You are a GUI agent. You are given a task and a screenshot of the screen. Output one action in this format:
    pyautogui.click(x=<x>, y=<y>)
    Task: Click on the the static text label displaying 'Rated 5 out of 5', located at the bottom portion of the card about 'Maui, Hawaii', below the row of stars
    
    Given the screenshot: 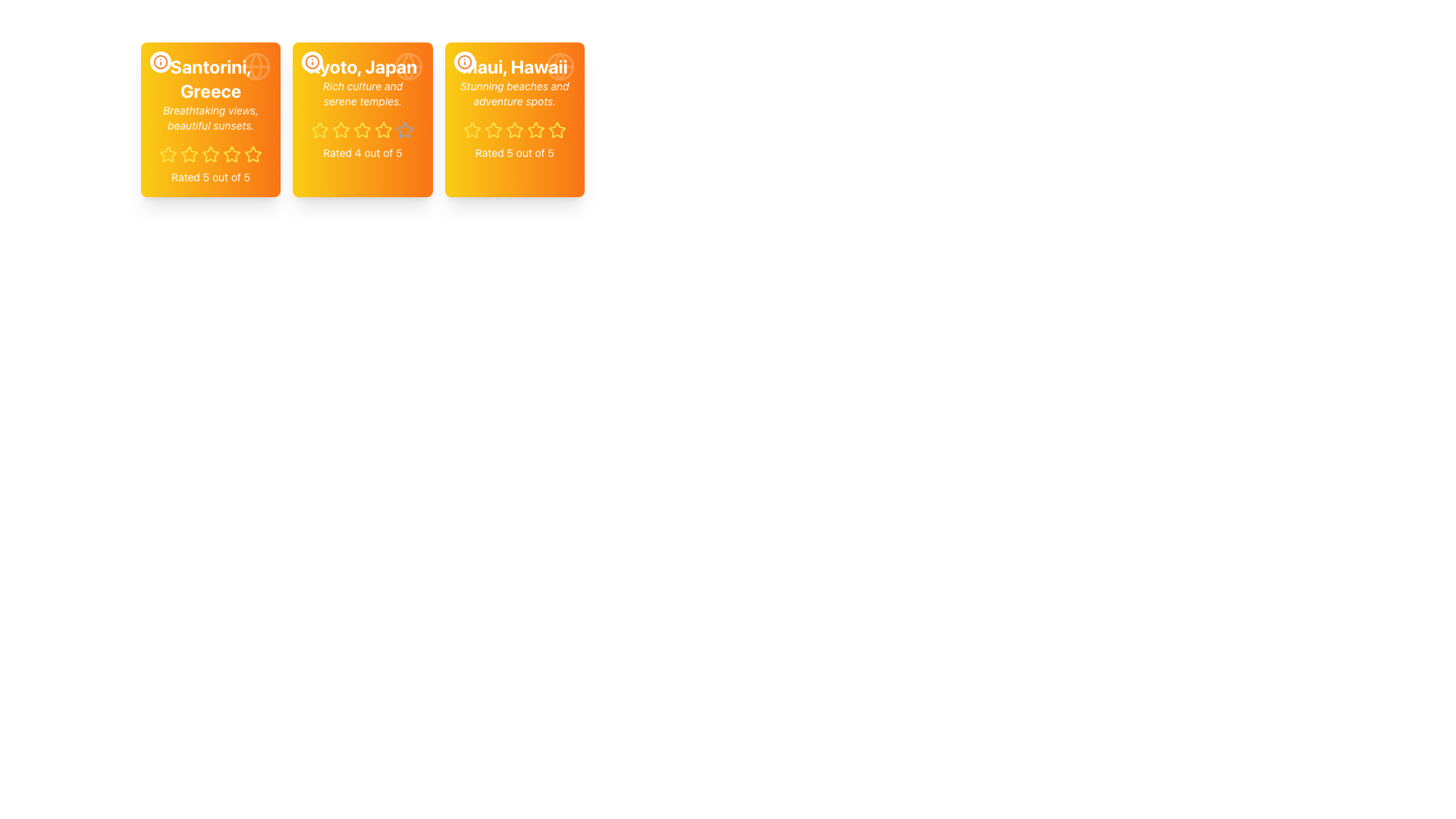 What is the action you would take?
    pyautogui.click(x=514, y=152)
    